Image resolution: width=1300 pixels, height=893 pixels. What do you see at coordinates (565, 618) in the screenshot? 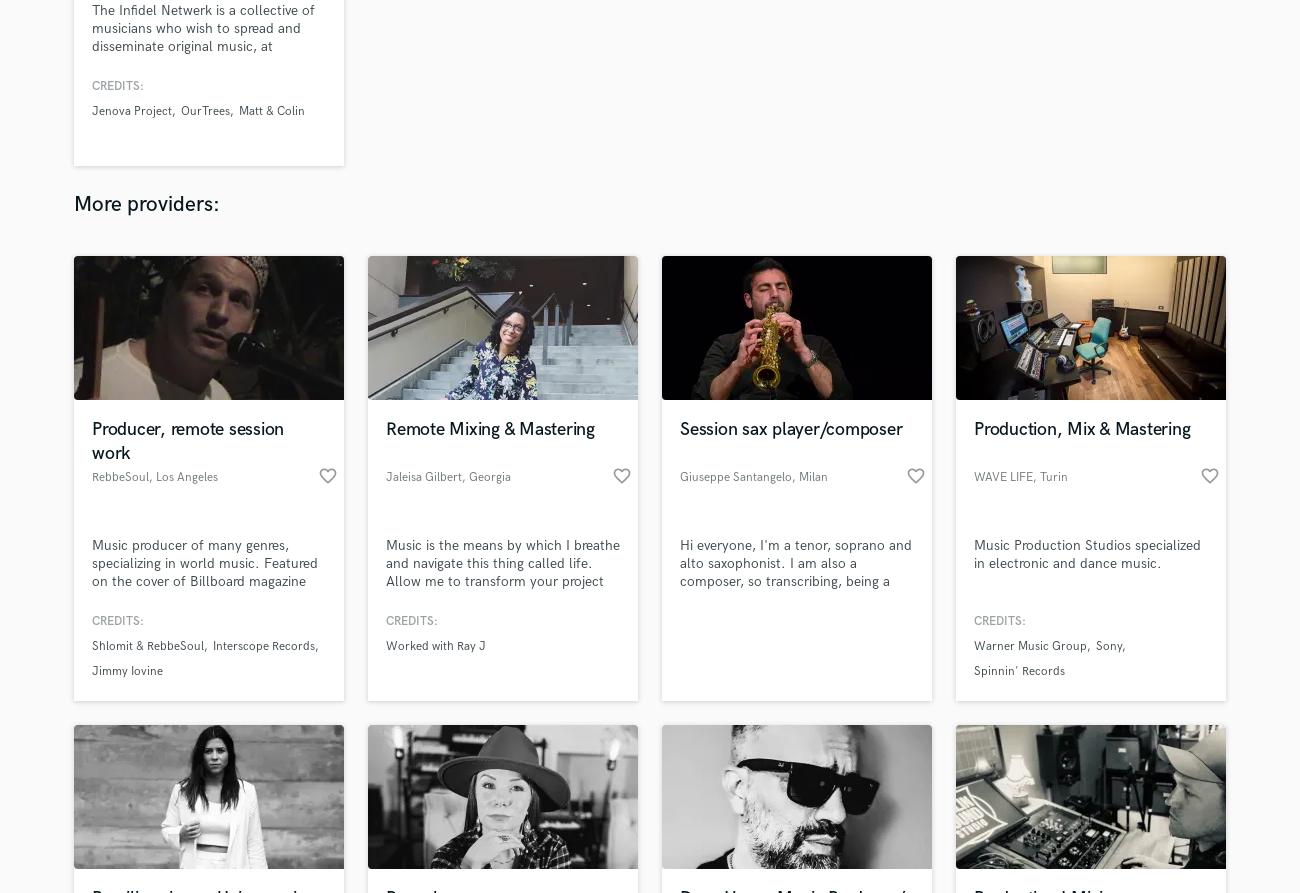
I see `'Programmed Drums'` at bounding box center [565, 618].